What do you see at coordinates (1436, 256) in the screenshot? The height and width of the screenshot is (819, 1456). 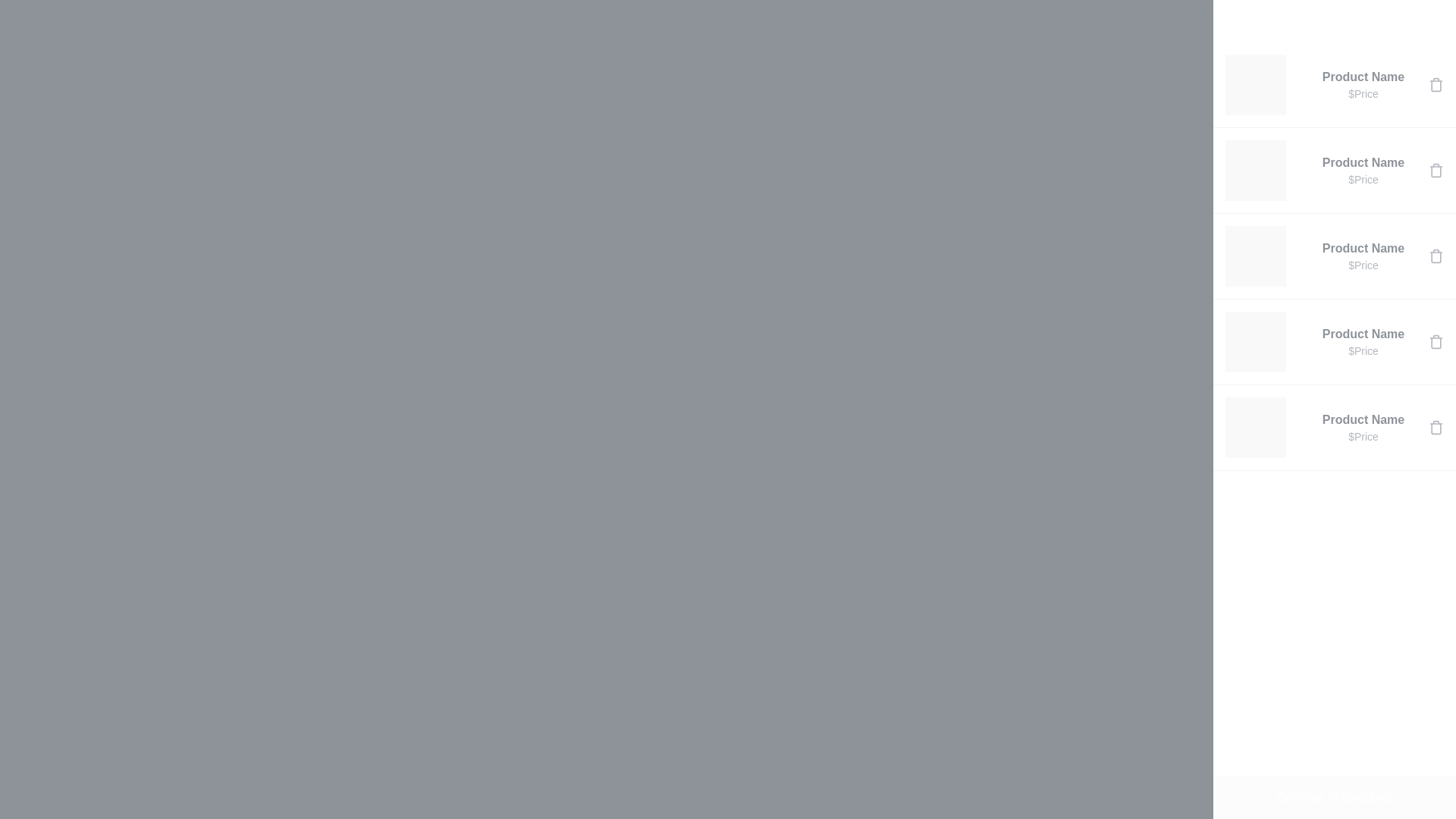 I see `the body of the trash bin icon located to the right of the third product entry in the list` at bounding box center [1436, 256].